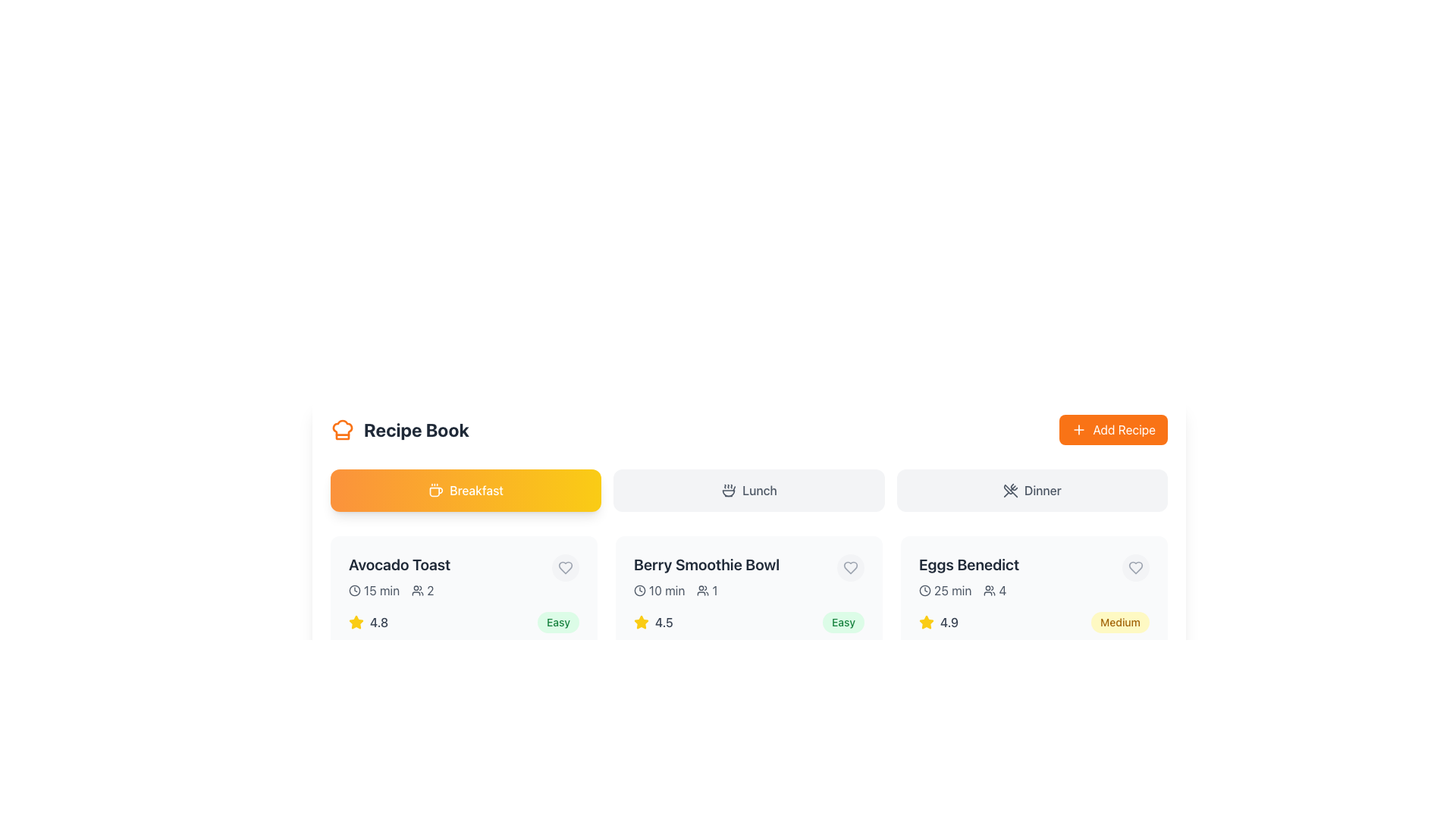 Image resolution: width=1456 pixels, height=819 pixels. Describe the element at coordinates (926, 623) in the screenshot. I see `the yellow star-shaped icon representing a rating or favorite indicator located in the 'Eggs Benedict' card, near the bottom left corner, preceding the text '4.9'` at that location.